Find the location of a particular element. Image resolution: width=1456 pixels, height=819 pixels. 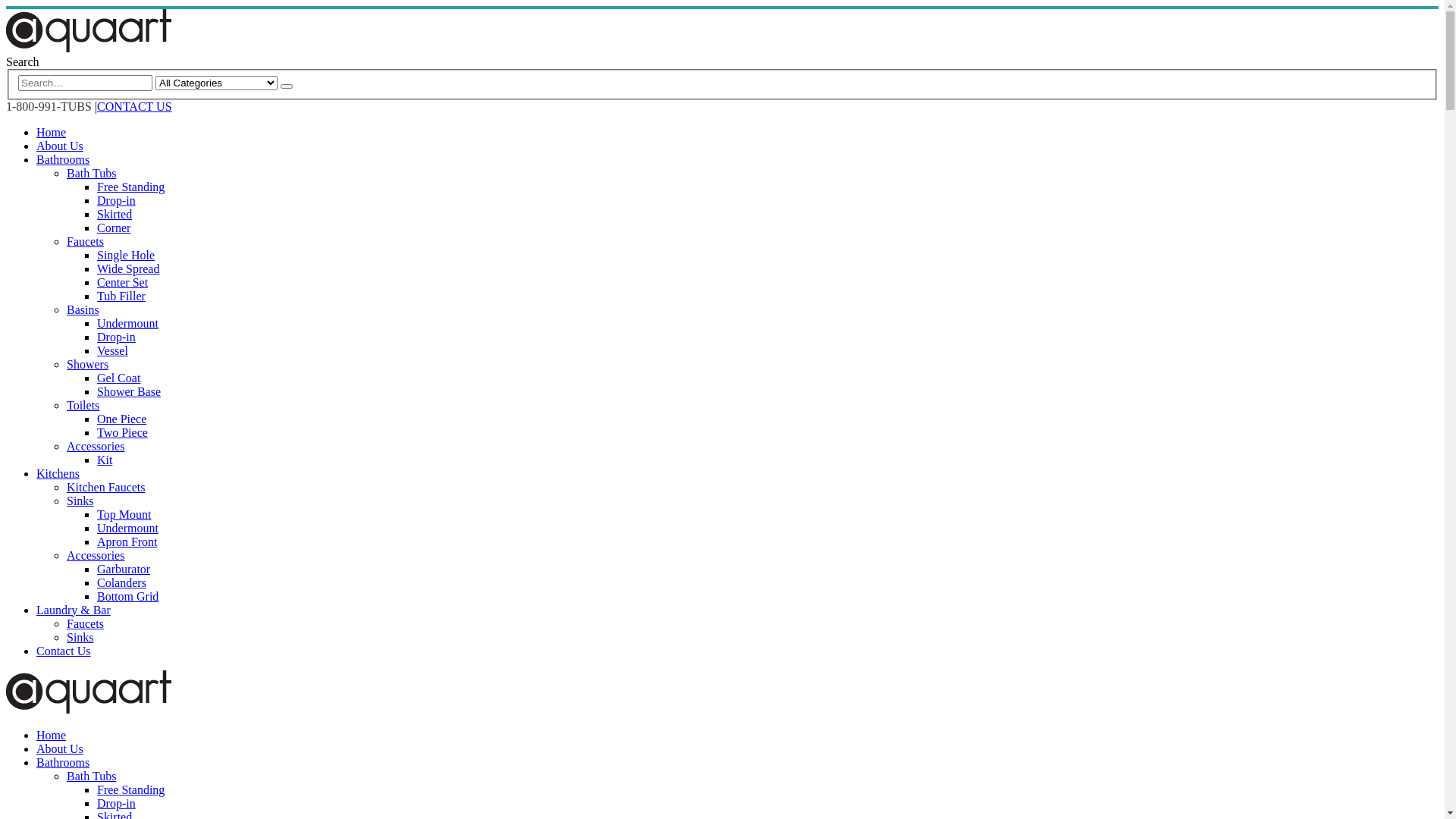

'Bathrooms' is located at coordinates (61, 159).